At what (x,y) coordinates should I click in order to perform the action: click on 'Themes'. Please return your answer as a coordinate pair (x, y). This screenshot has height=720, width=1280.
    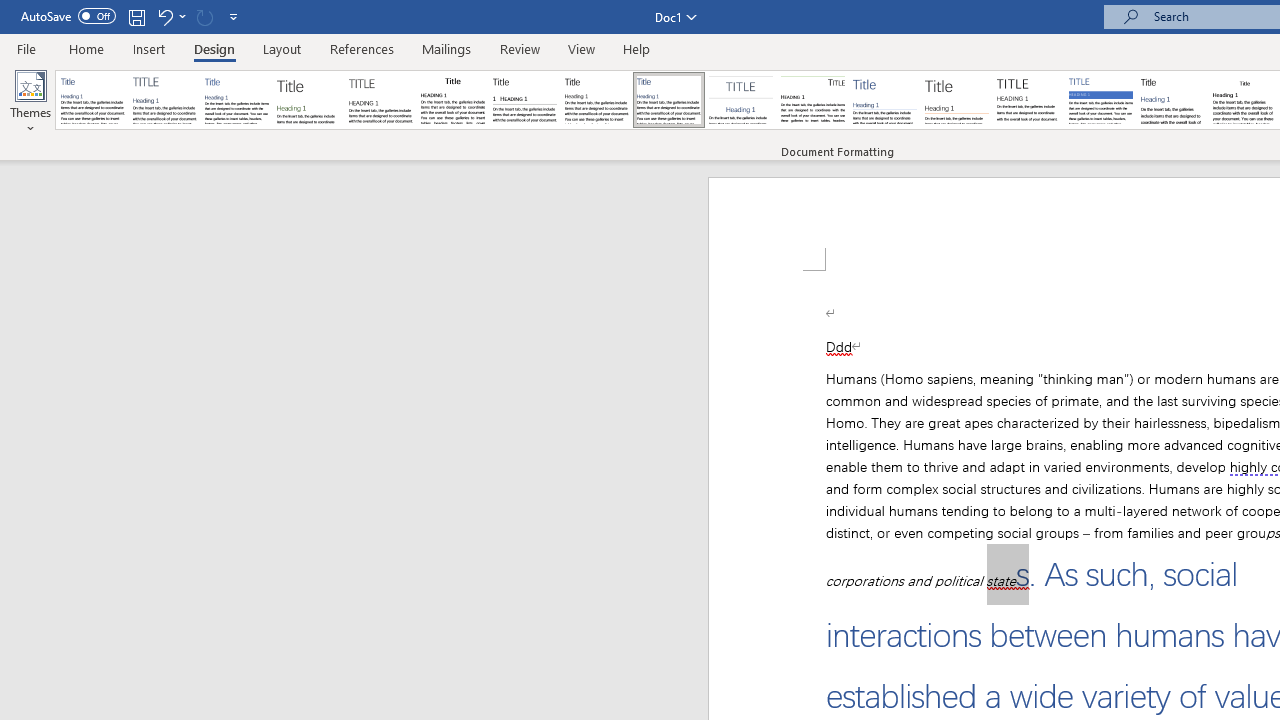
    Looking at the image, I should click on (30, 103).